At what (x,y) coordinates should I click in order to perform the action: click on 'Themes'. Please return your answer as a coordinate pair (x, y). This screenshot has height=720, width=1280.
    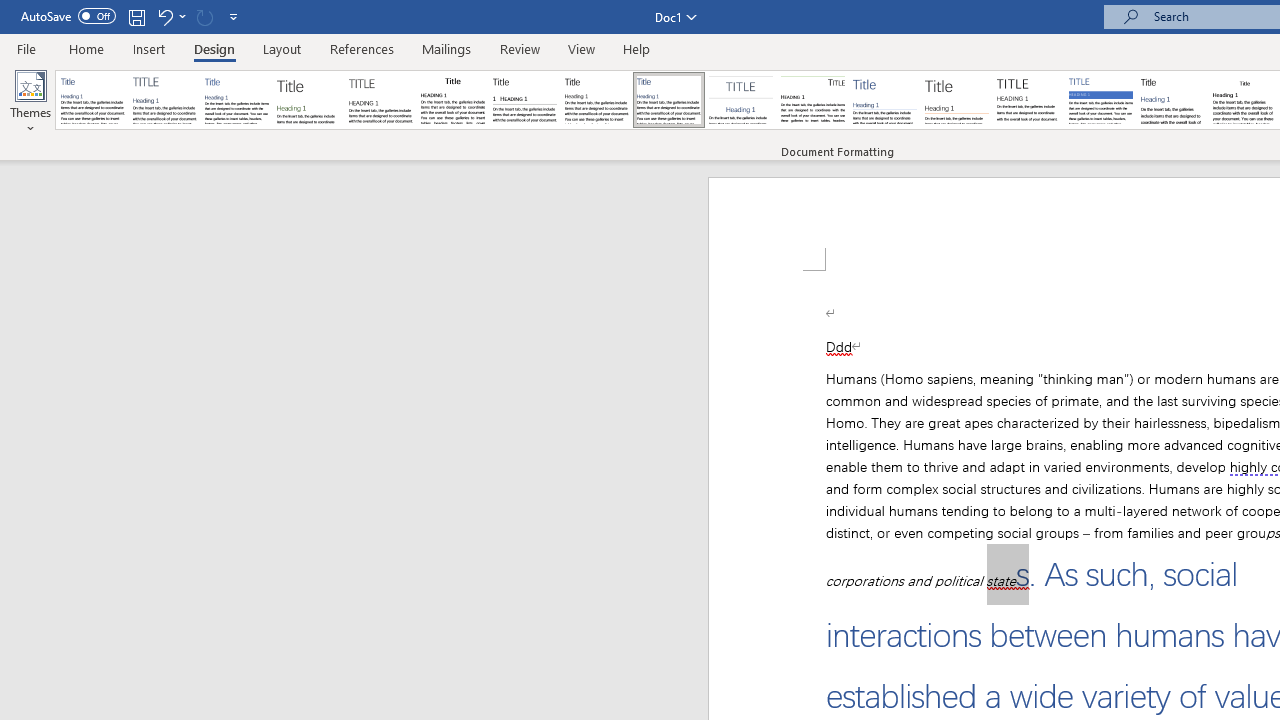
    Looking at the image, I should click on (30, 103).